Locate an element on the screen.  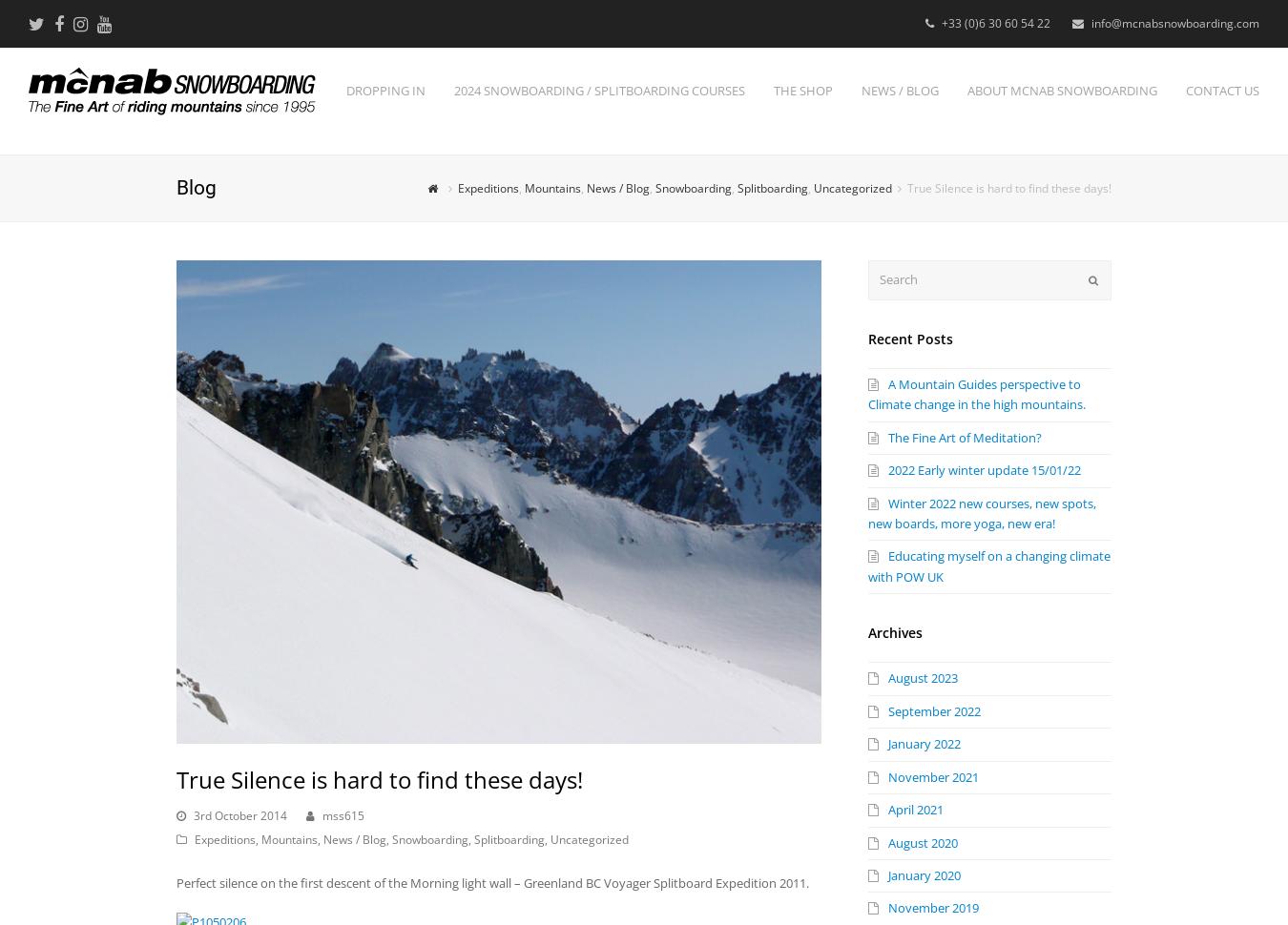
'Winter 2022 new courses, new spots, new boards, more yoga, new era!' is located at coordinates (982, 511).